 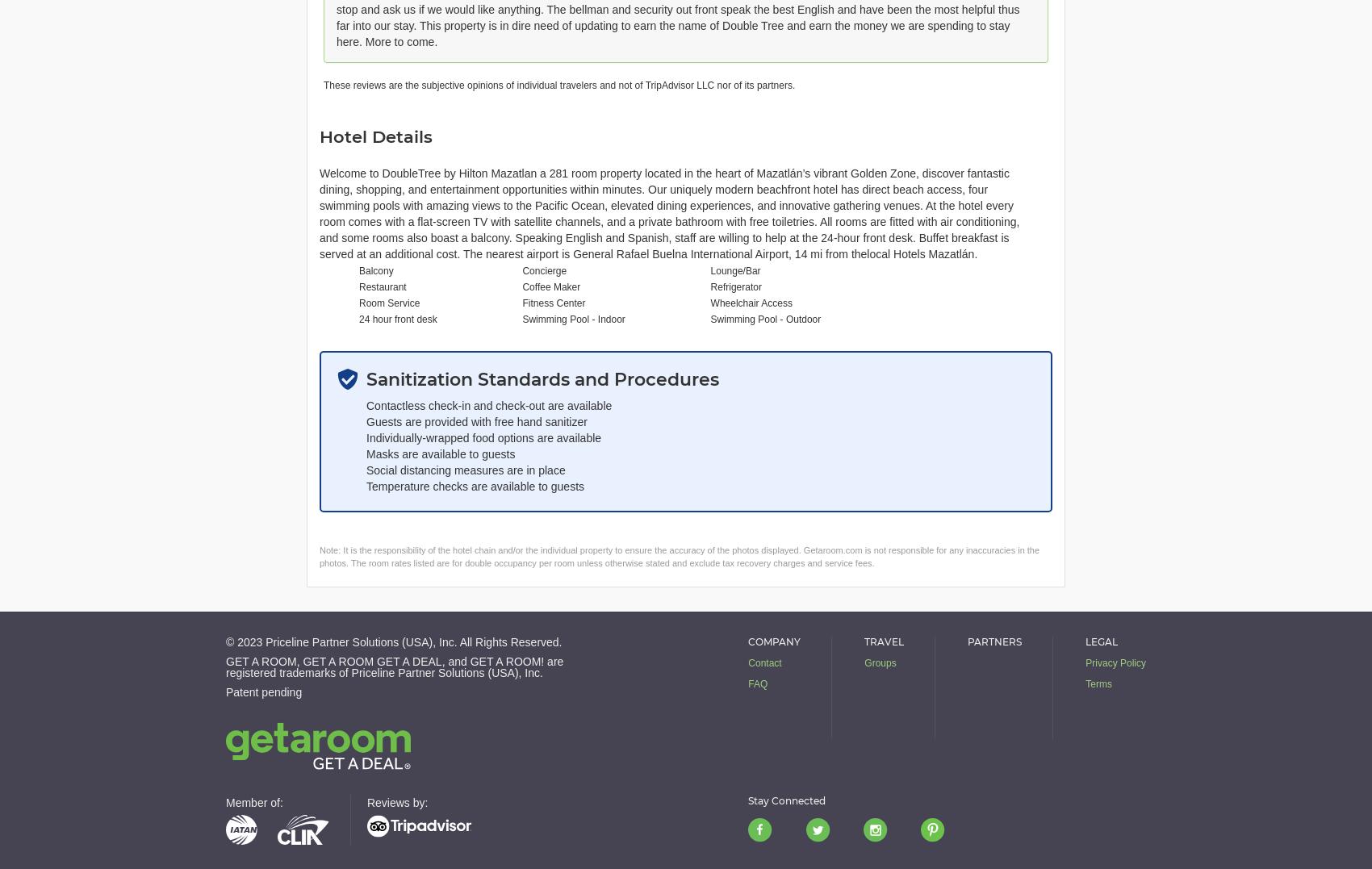 I want to click on 'These reviews are the subjective opinions of individual travelers and not of TripAdvisor LLC nor of its partners.', so click(x=558, y=84).